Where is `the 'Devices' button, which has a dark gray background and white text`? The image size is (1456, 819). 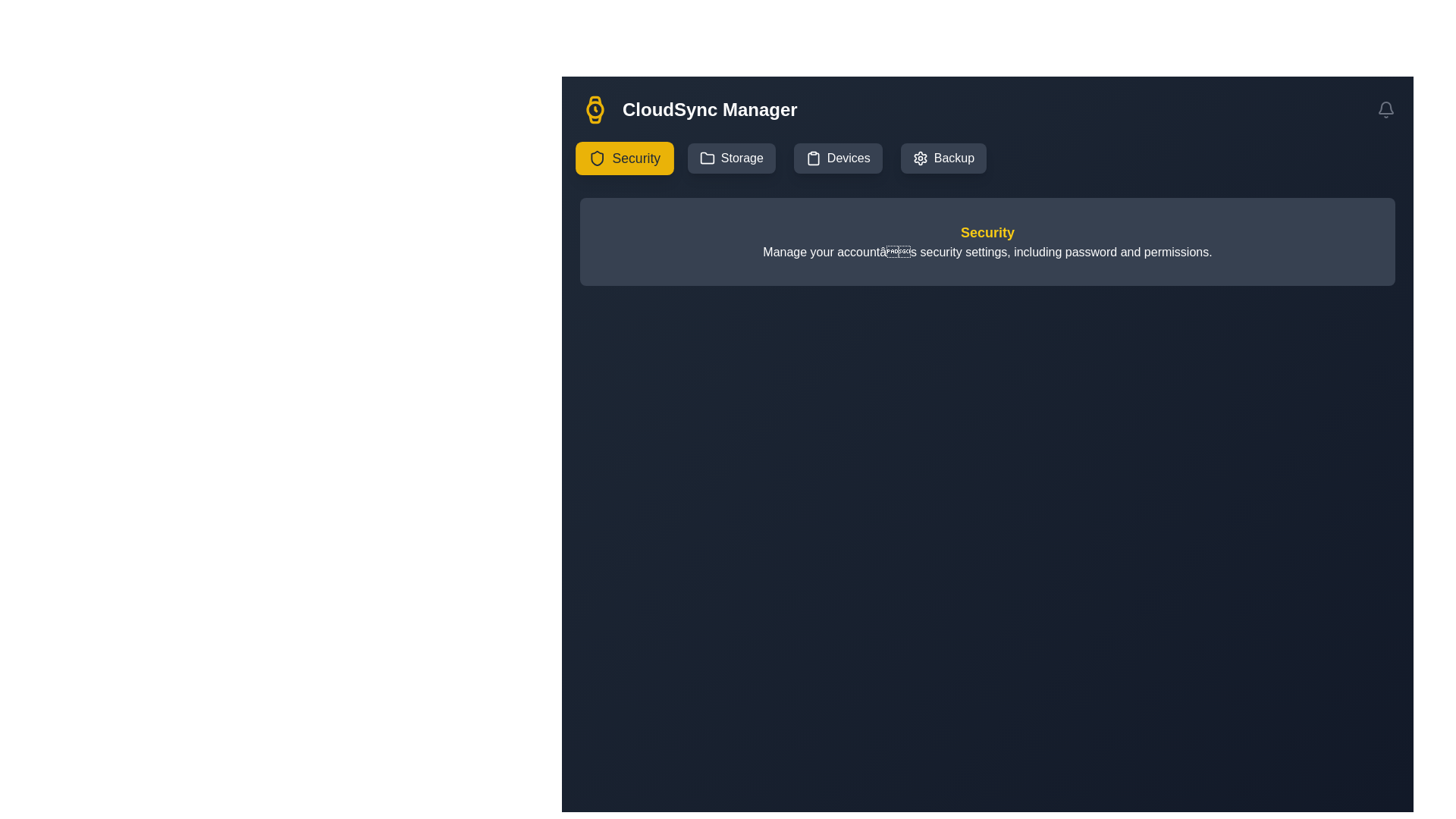 the 'Devices' button, which has a dark gray background and white text is located at coordinates (837, 158).